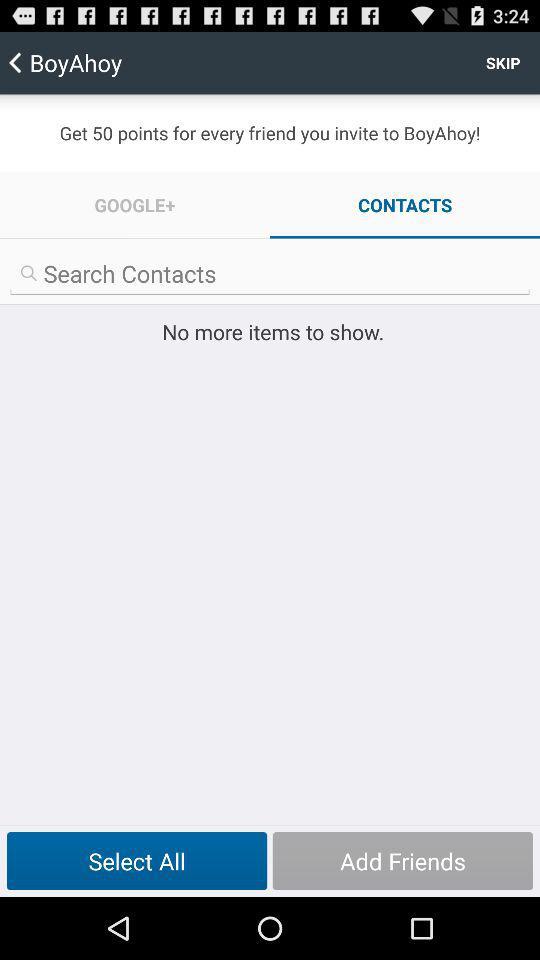 This screenshot has width=540, height=960. I want to click on search, so click(270, 273).